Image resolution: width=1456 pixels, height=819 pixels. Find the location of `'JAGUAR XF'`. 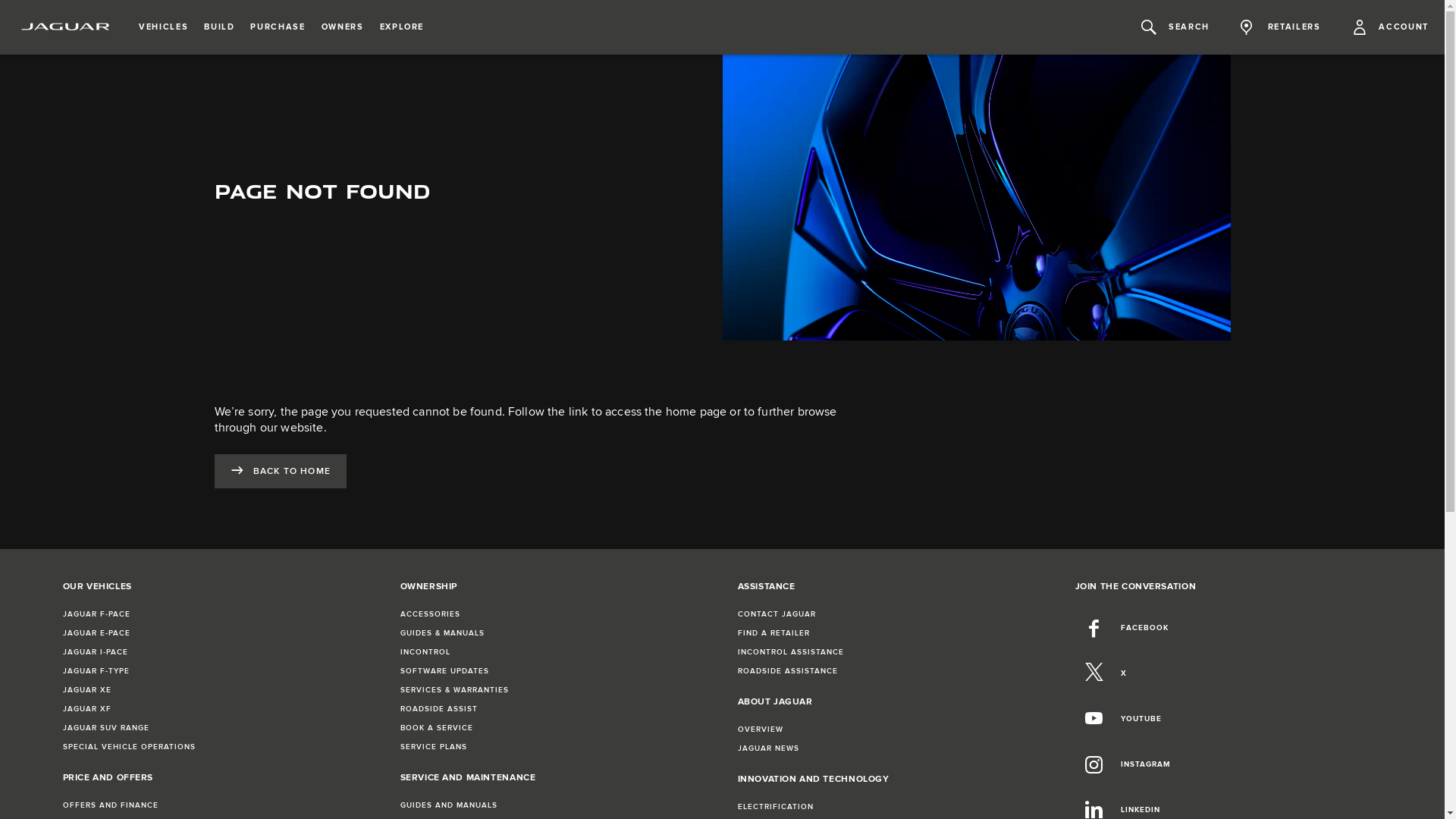

'JAGUAR XF' is located at coordinates (86, 708).